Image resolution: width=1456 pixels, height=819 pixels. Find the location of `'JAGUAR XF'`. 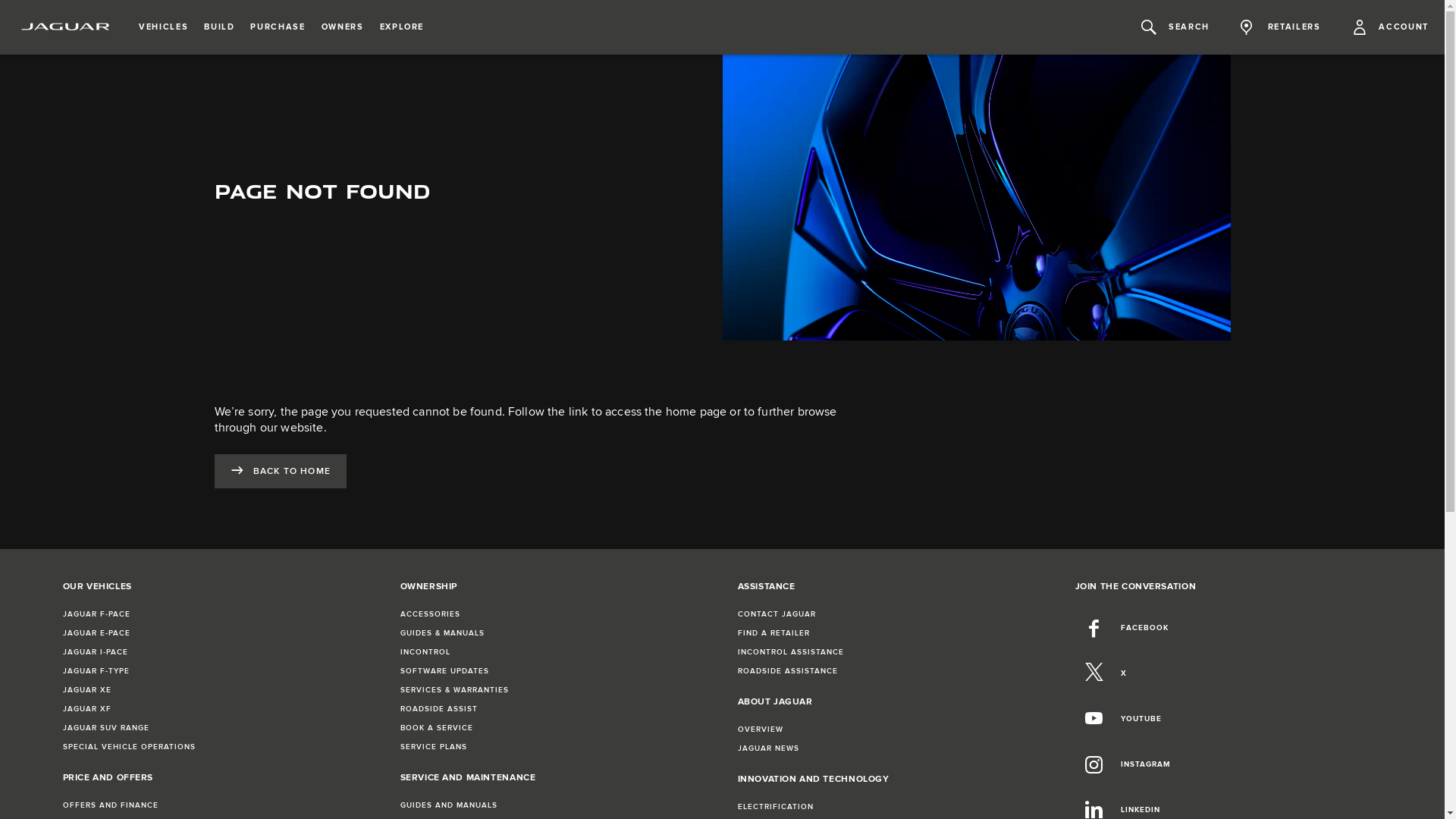

'JAGUAR XF' is located at coordinates (86, 708).